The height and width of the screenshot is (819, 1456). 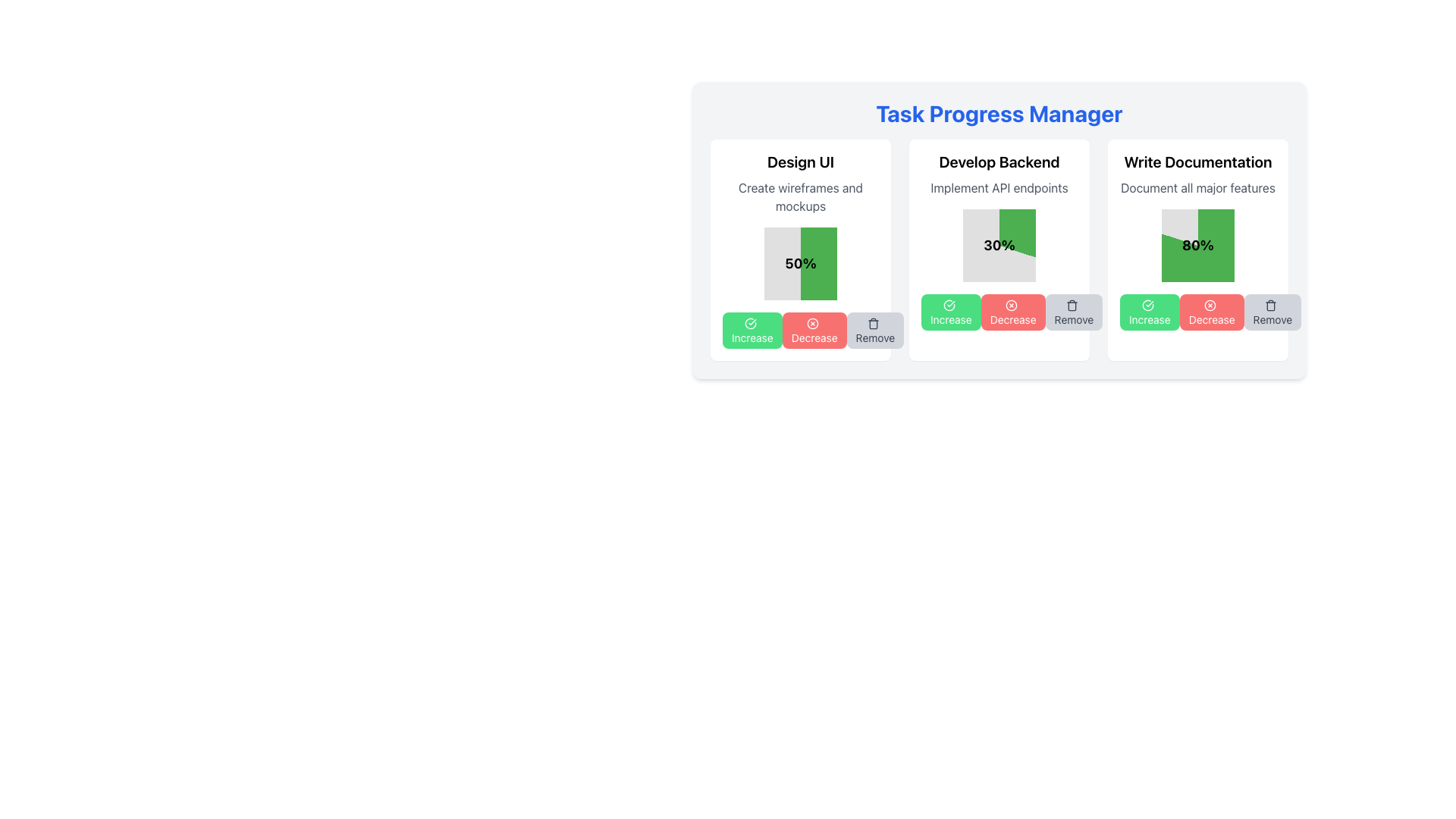 What do you see at coordinates (1197, 245) in the screenshot?
I see `the Circular Progress Indicator located centrally above the controls labeled 'Increase', 'Decrease', and 'Remove' within the 'Write Documentation' section` at bounding box center [1197, 245].